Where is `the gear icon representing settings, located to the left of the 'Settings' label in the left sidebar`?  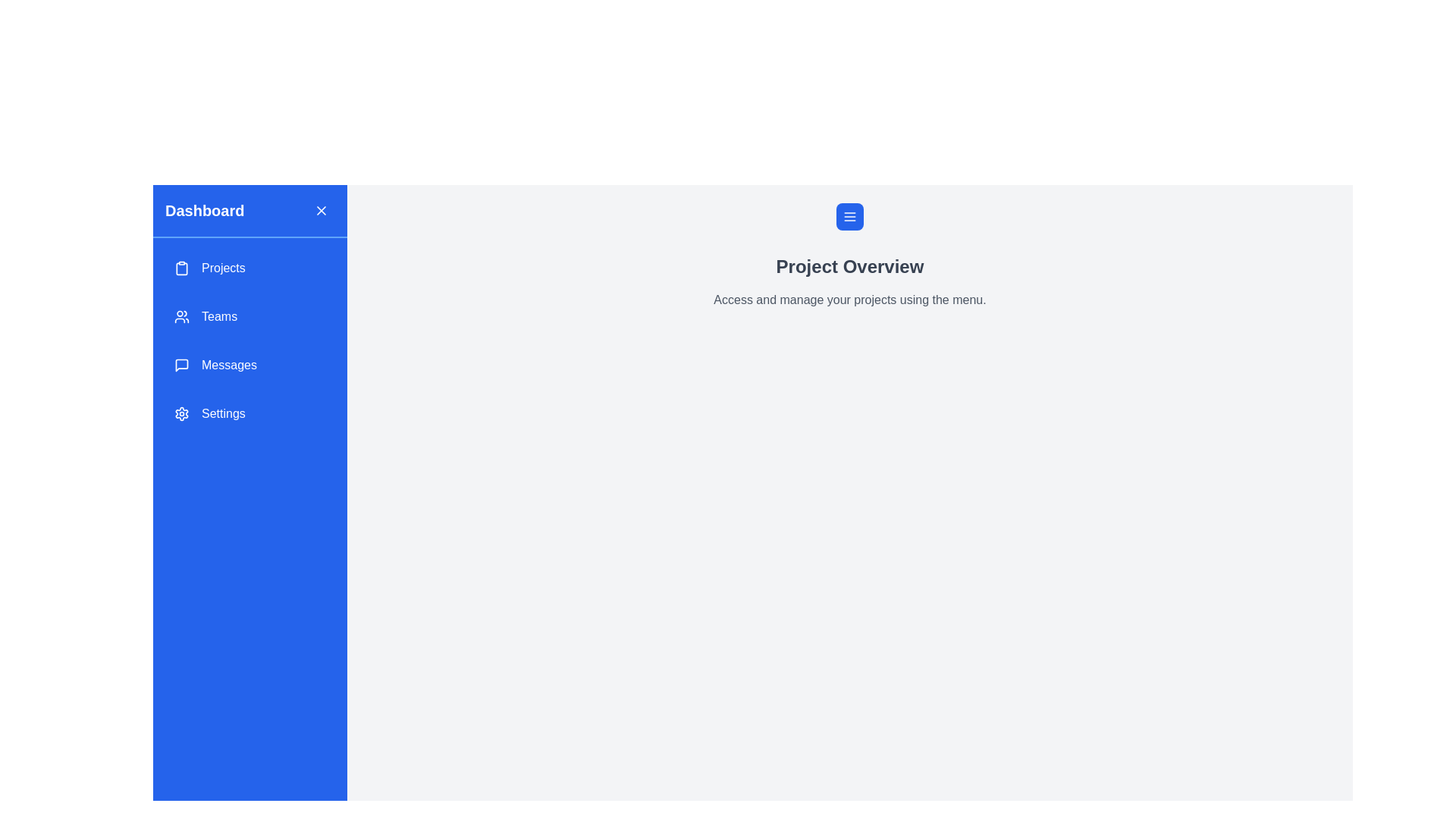 the gear icon representing settings, located to the left of the 'Settings' label in the left sidebar is located at coordinates (182, 414).